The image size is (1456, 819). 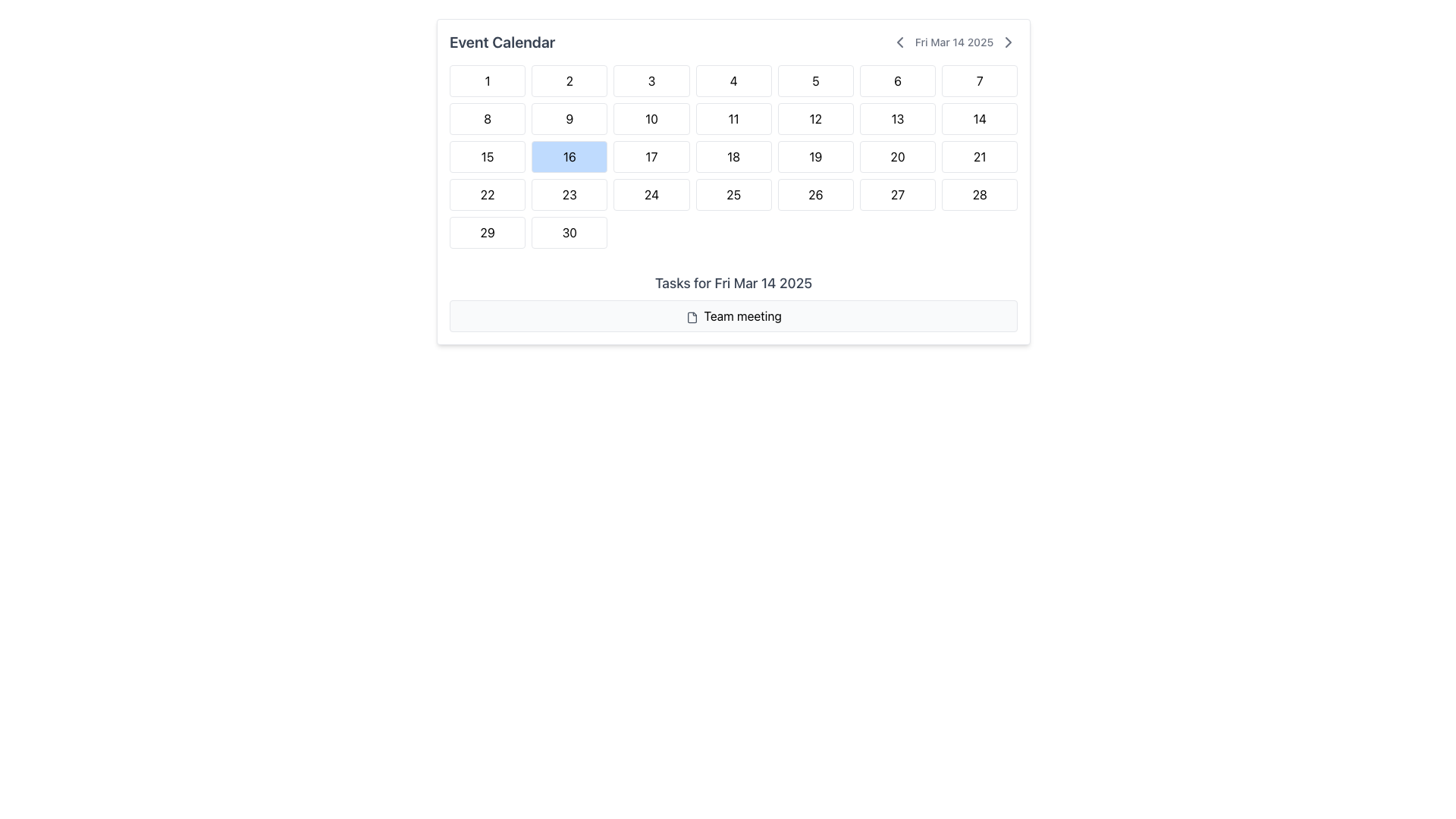 What do you see at coordinates (488, 233) in the screenshot?
I see `the calendar day cell displaying the number '29' to trigger a tooltip or highlight effect` at bounding box center [488, 233].